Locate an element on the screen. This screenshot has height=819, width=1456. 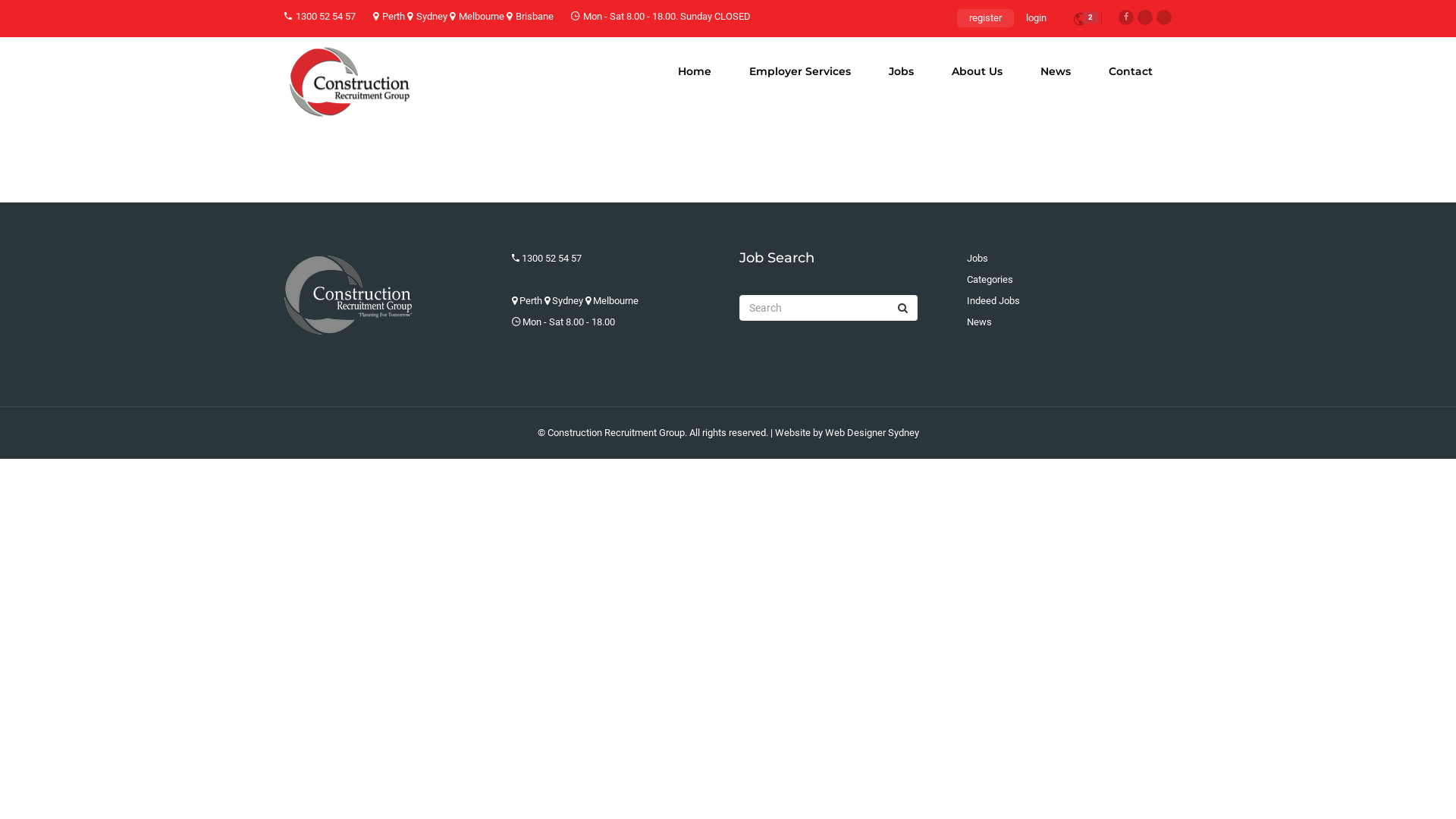
'About Us' is located at coordinates (931, 71).